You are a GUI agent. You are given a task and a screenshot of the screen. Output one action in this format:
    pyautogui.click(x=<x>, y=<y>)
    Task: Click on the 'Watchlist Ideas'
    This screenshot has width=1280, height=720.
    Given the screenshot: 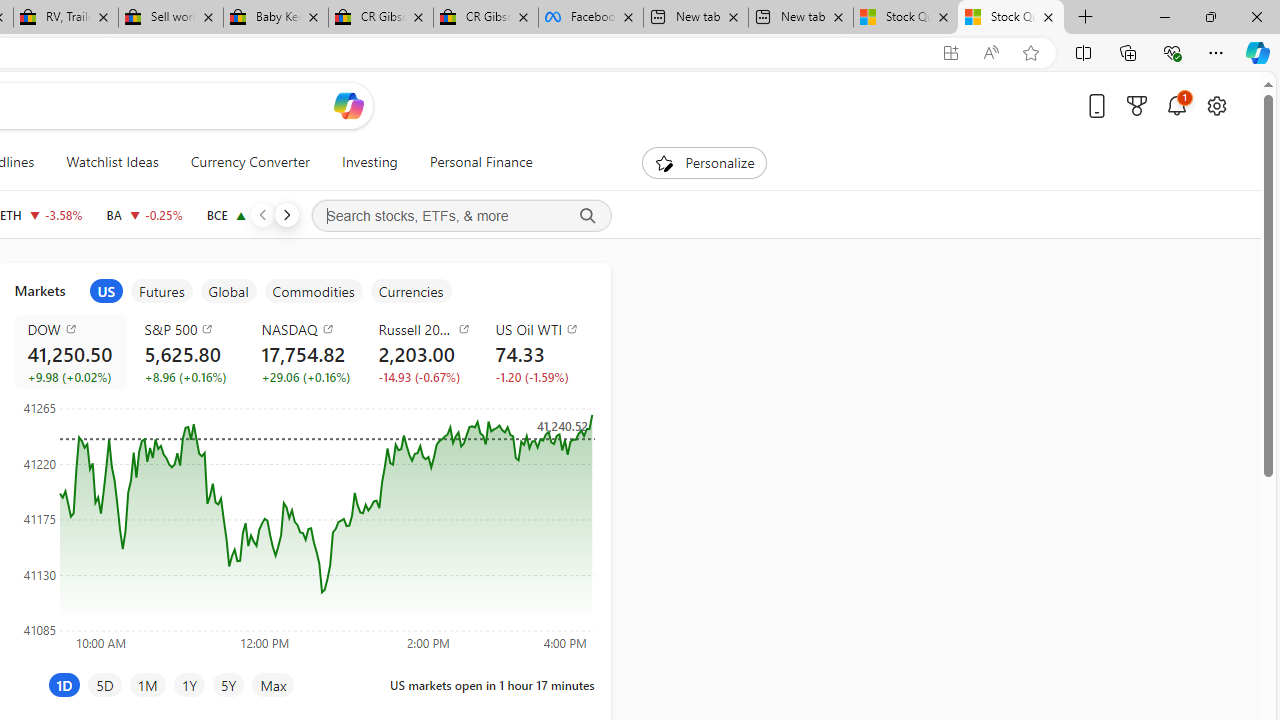 What is the action you would take?
    pyautogui.click(x=111, y=162)
    